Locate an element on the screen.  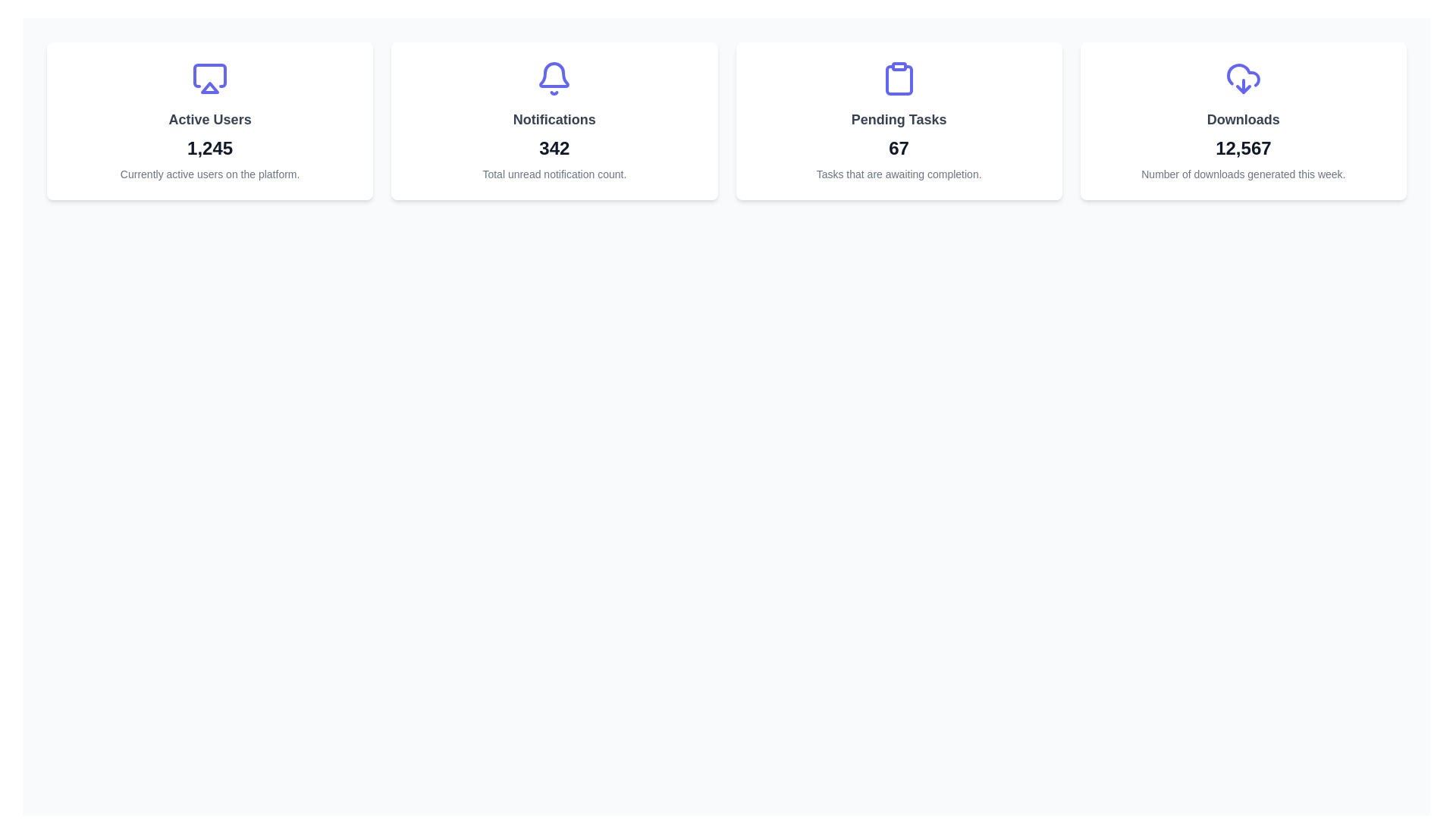
the third informational card in the grid layout to trigger additional visual effects such as shadowing is located at coordinates (899, 120).